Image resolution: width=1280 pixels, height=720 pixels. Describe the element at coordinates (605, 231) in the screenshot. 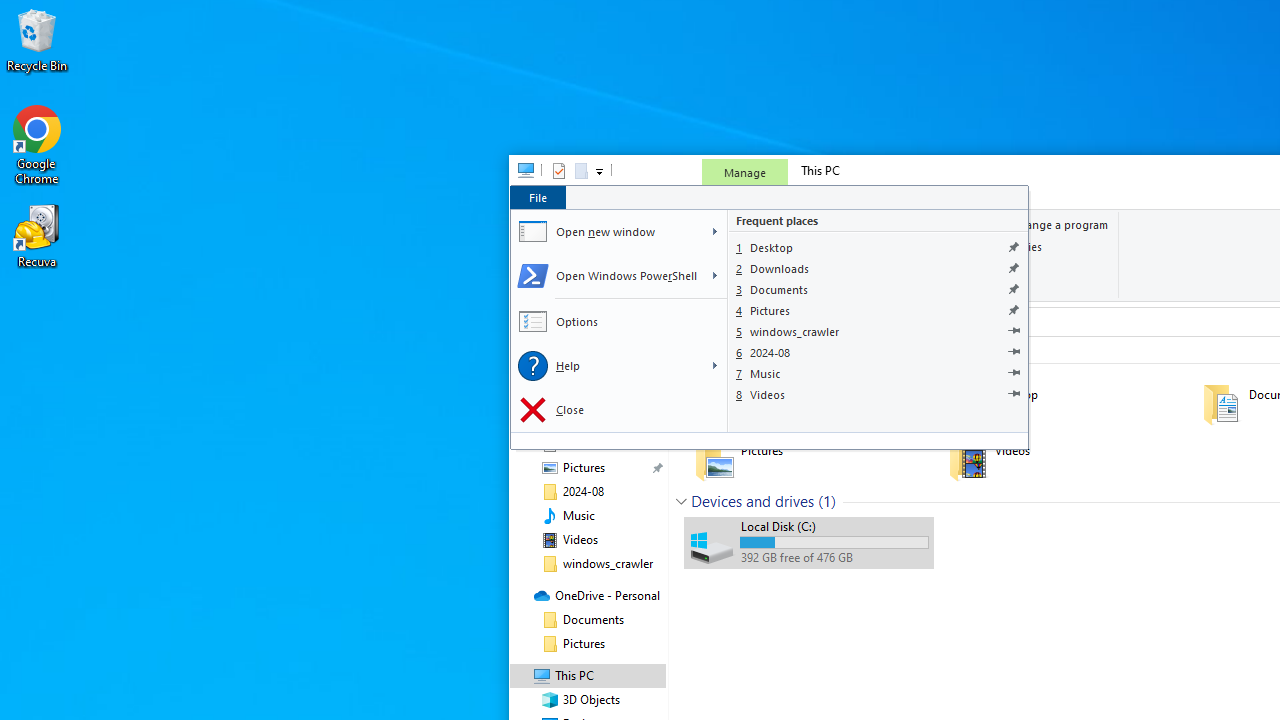

I see `'Open new window'` at that location.